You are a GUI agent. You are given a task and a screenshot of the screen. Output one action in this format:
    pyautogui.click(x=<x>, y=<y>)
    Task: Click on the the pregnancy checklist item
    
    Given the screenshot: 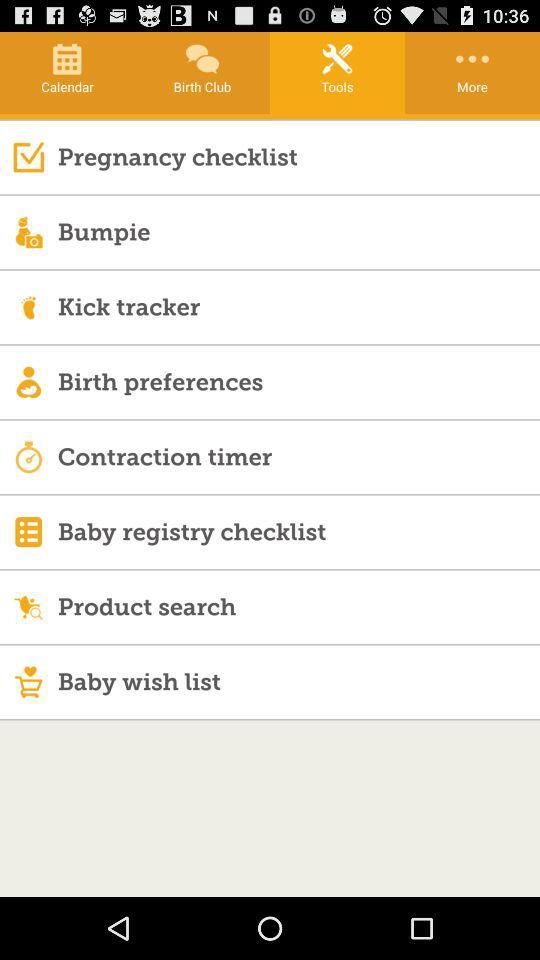 What is the action you would take?
    pyautogui.click(x=297, y=155)
    